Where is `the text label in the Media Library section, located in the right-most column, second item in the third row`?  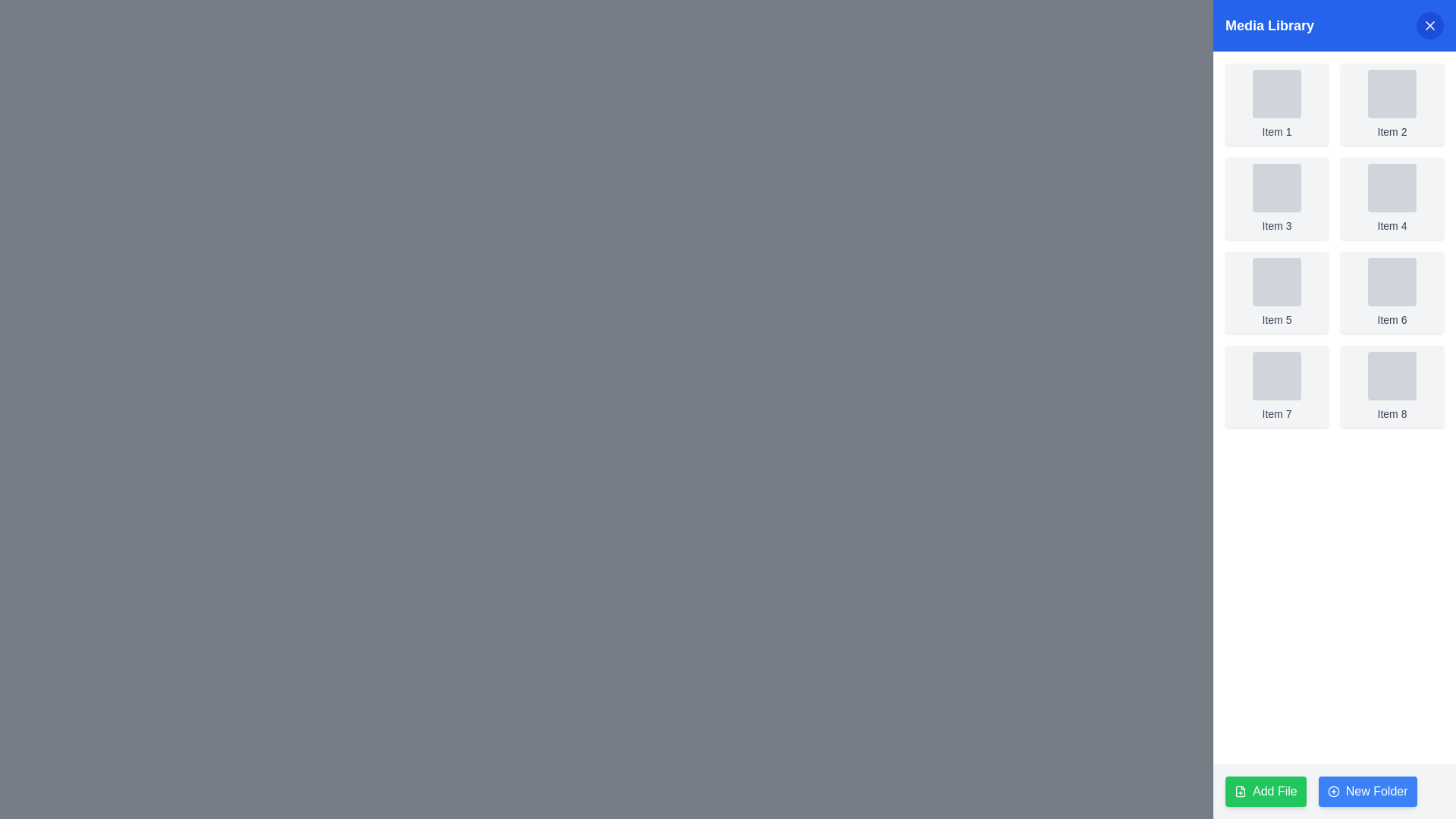
the text label in the Media Library section, located in the right-most column, second item in the third row is located at coordinates (1392, 414).